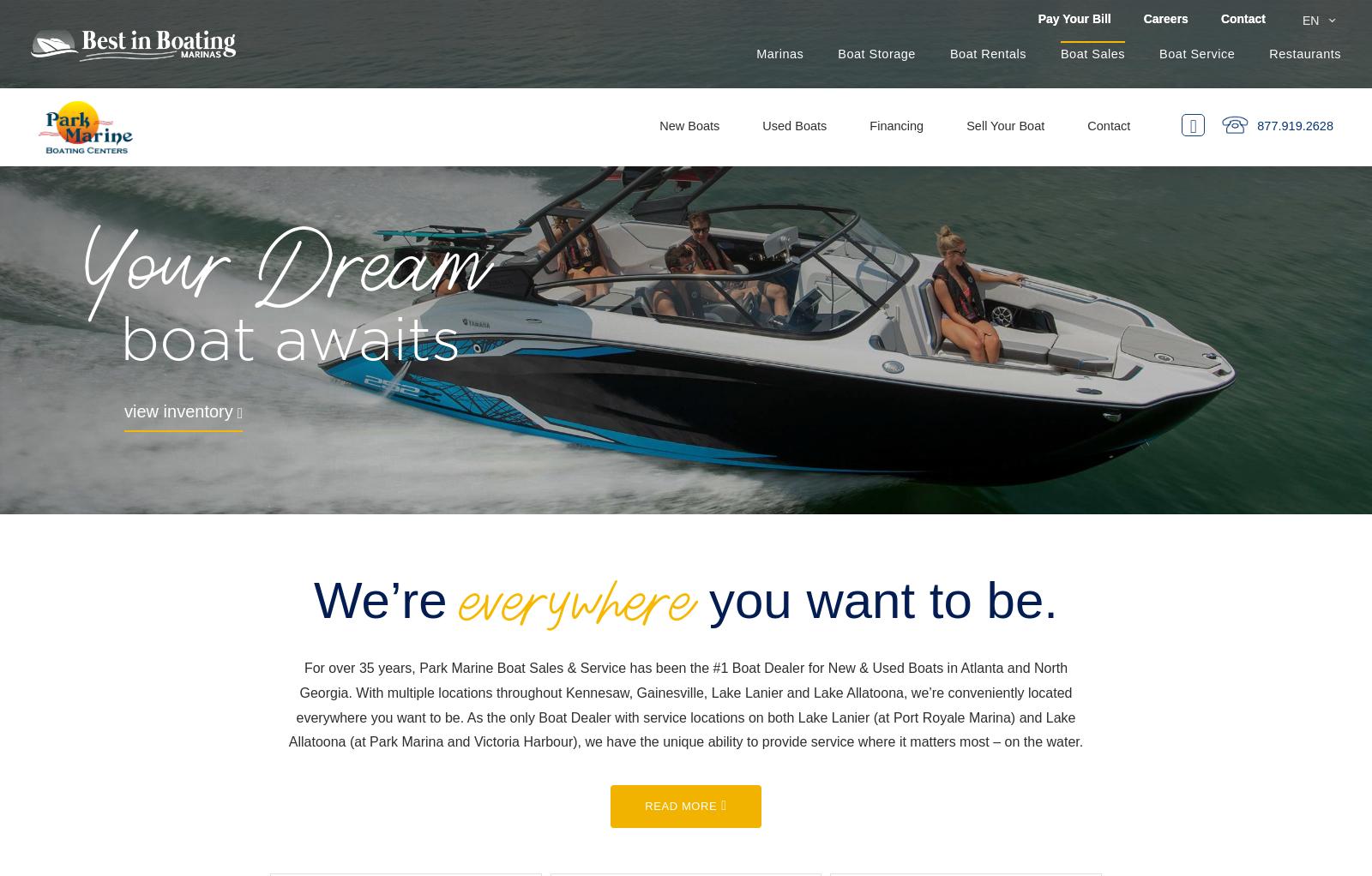 This screenshot has width=1372, height=876. What do you see at coordinates (1196, 53) in the screenshot?
I see `'Boat Service'` at bounding box center [1196, 53].